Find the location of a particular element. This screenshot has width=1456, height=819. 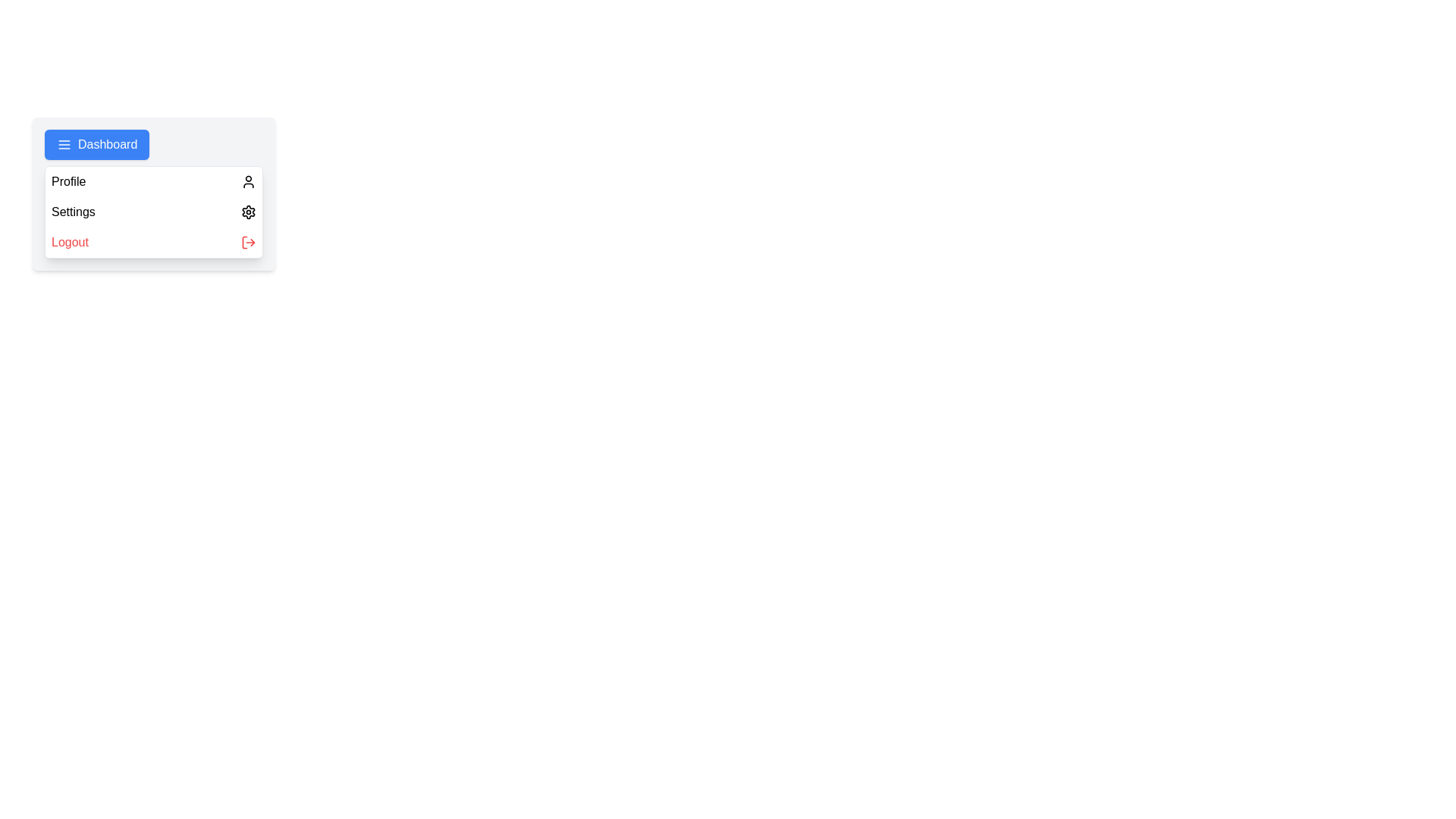

the 'Profile' menu item is located at coordinates (153, 180).